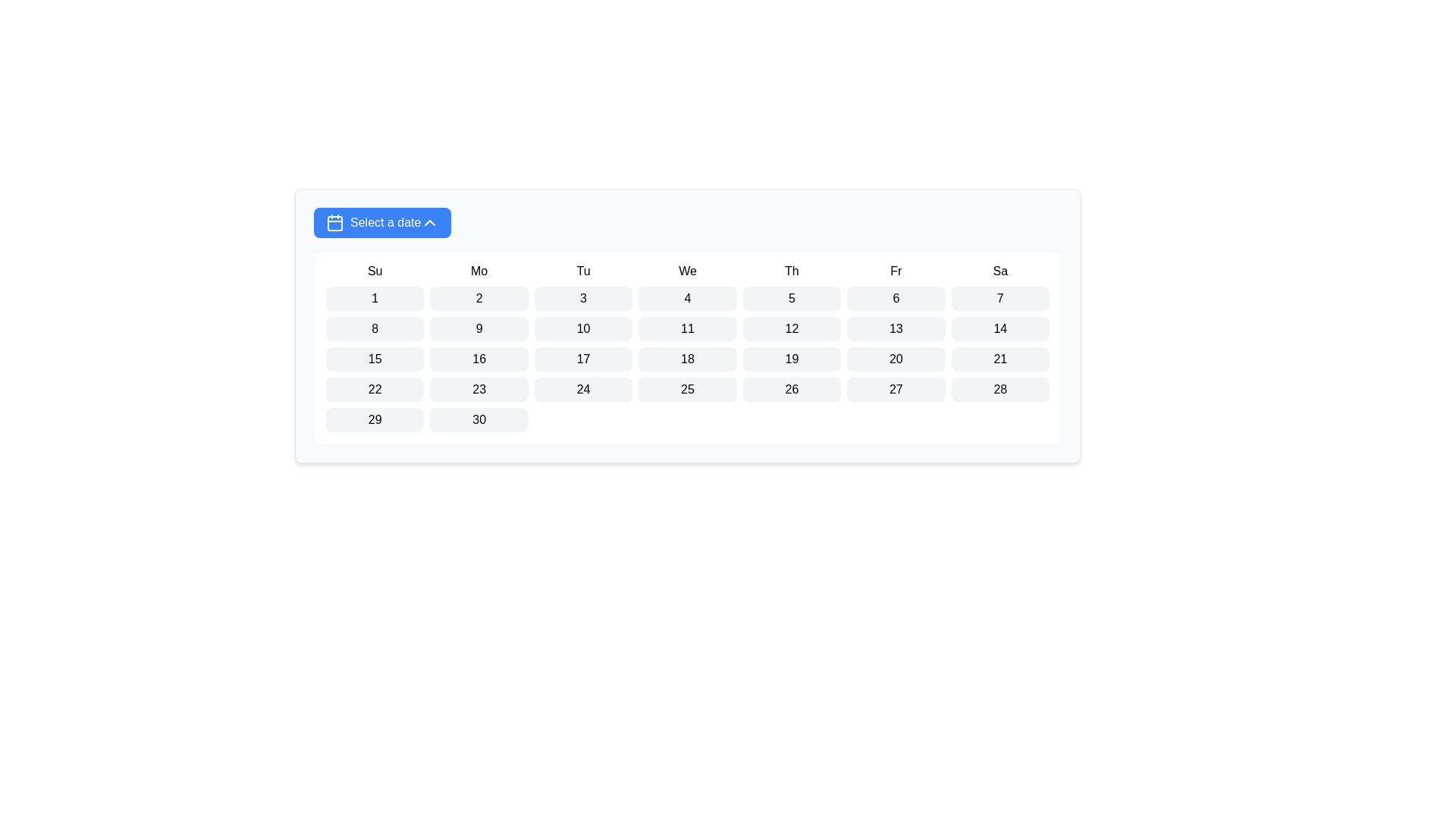  What do you see at coordinates (687, 328) in the screenshot?
I see `the button representing the 11th day in the calendar grid` at bounding box center [687, 328].